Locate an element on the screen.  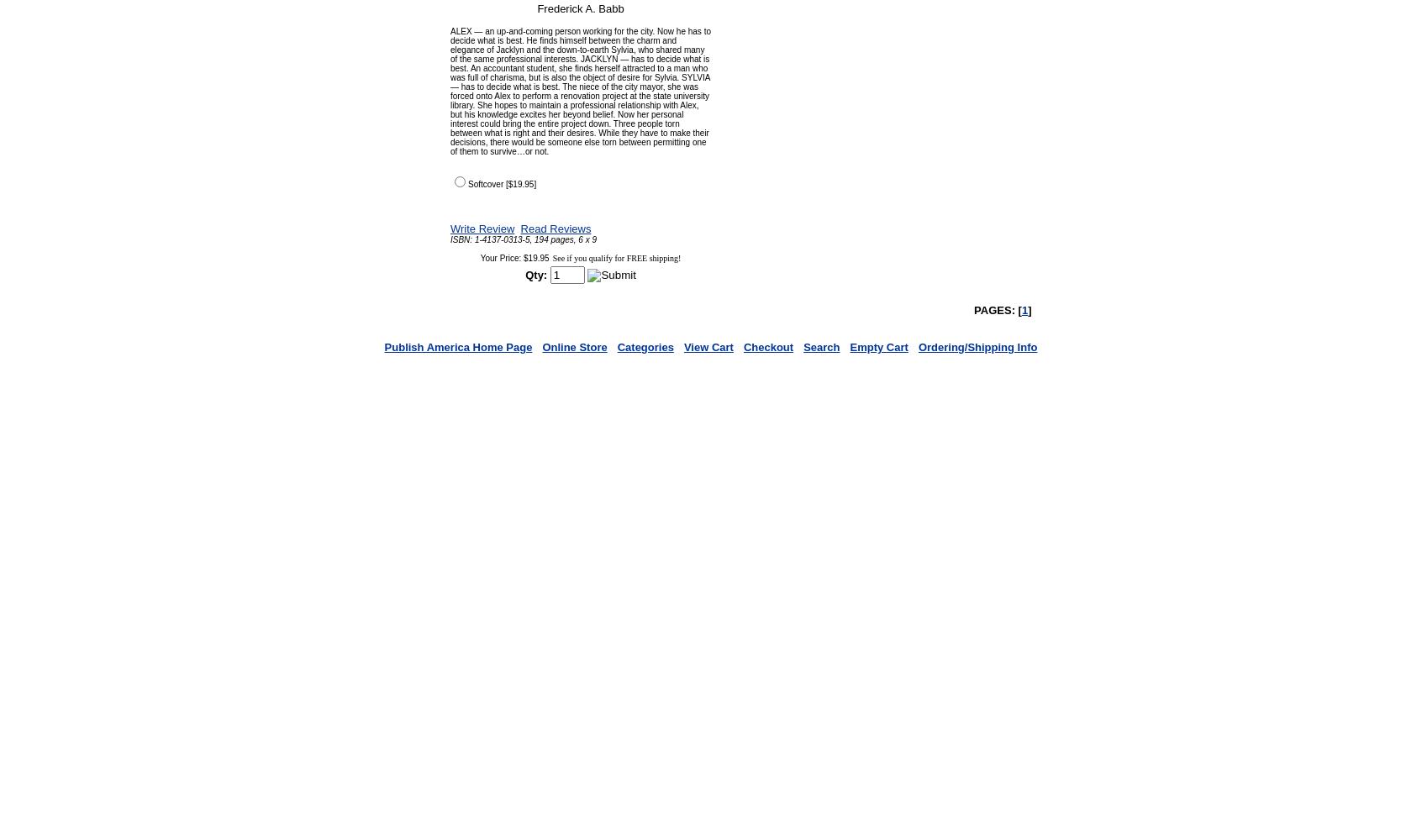
'See if you qualify for FREE shipping!' is located at coordinates (615, 258).